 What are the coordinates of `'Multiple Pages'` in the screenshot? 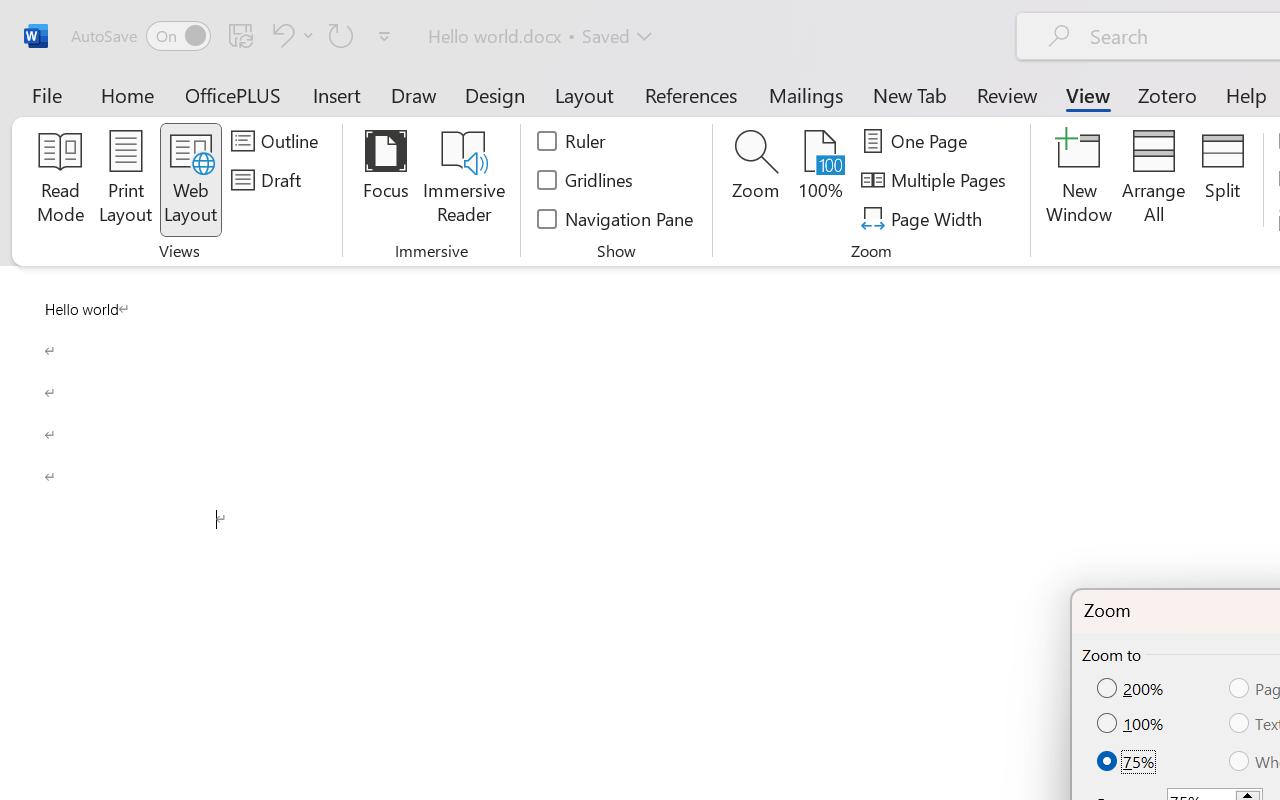 It's located at (935, 179).